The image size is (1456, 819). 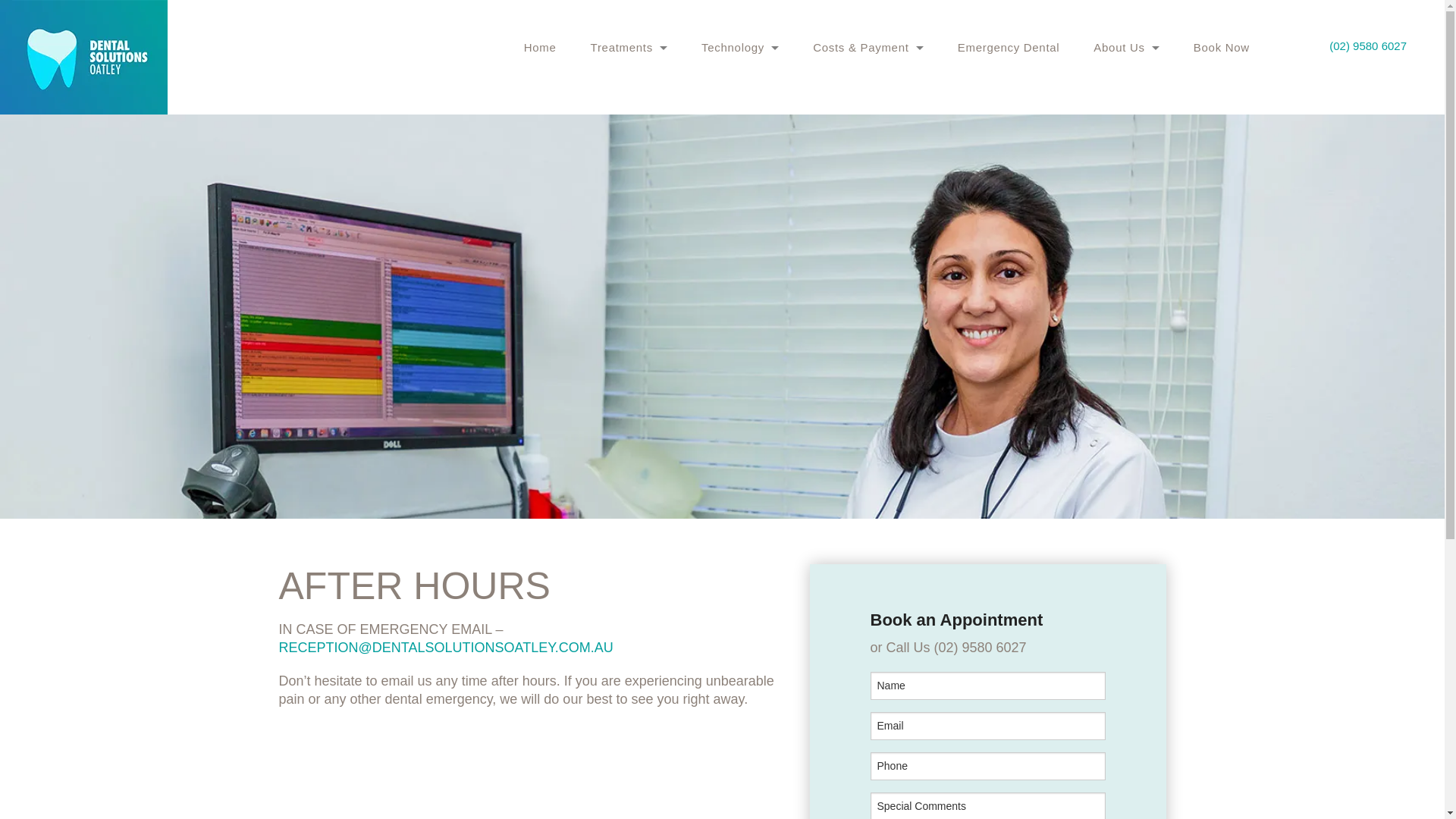 What do you see at coordinates (1126, 46) in the screenshot?
I see `'About Us'` at bounding box center [1126, 46].